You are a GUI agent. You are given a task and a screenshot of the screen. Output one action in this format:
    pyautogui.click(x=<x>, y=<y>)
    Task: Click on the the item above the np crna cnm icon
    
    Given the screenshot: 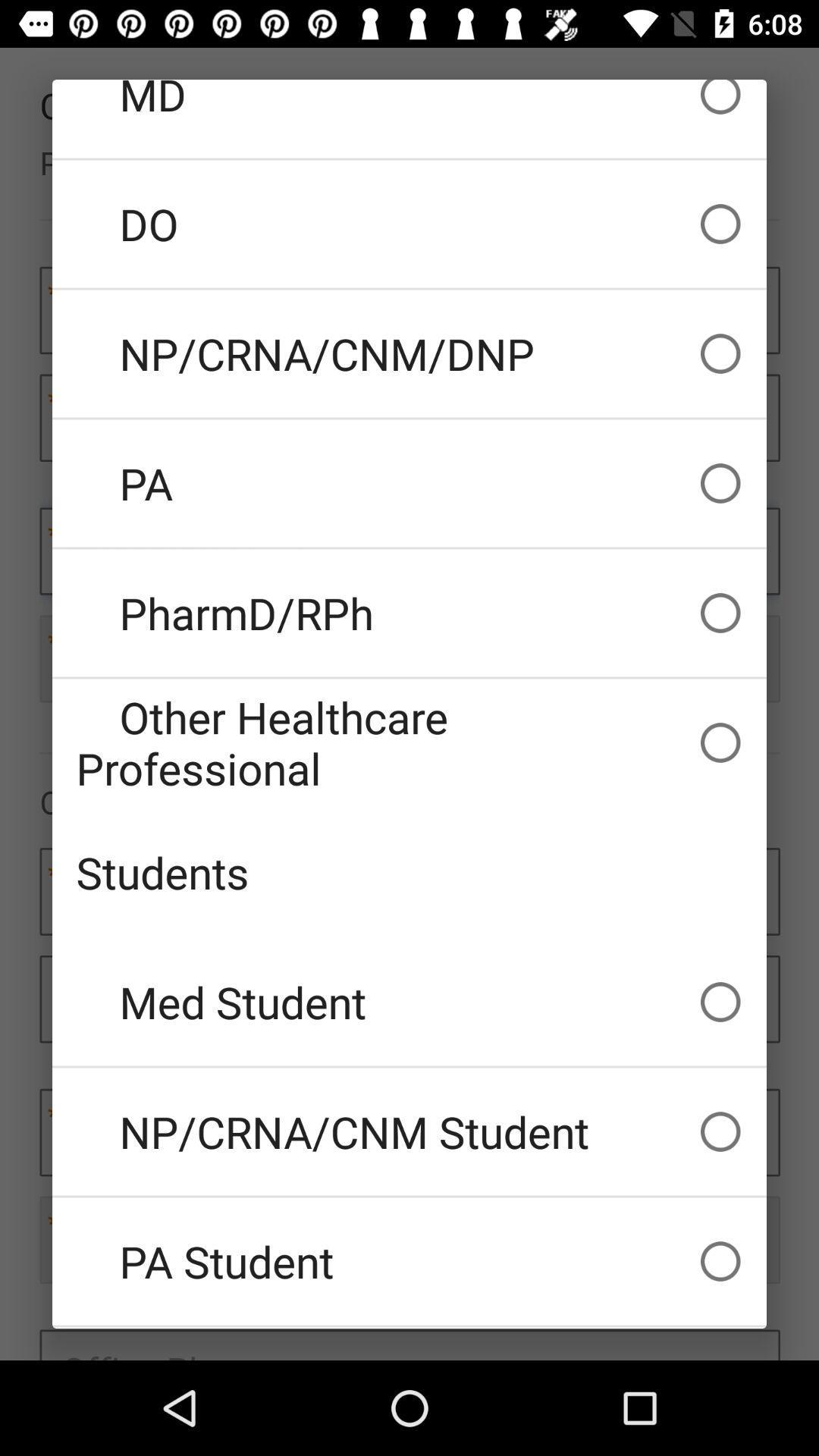 What is the action you would take?
    pyautogui.click(x=409, y=1002)
    